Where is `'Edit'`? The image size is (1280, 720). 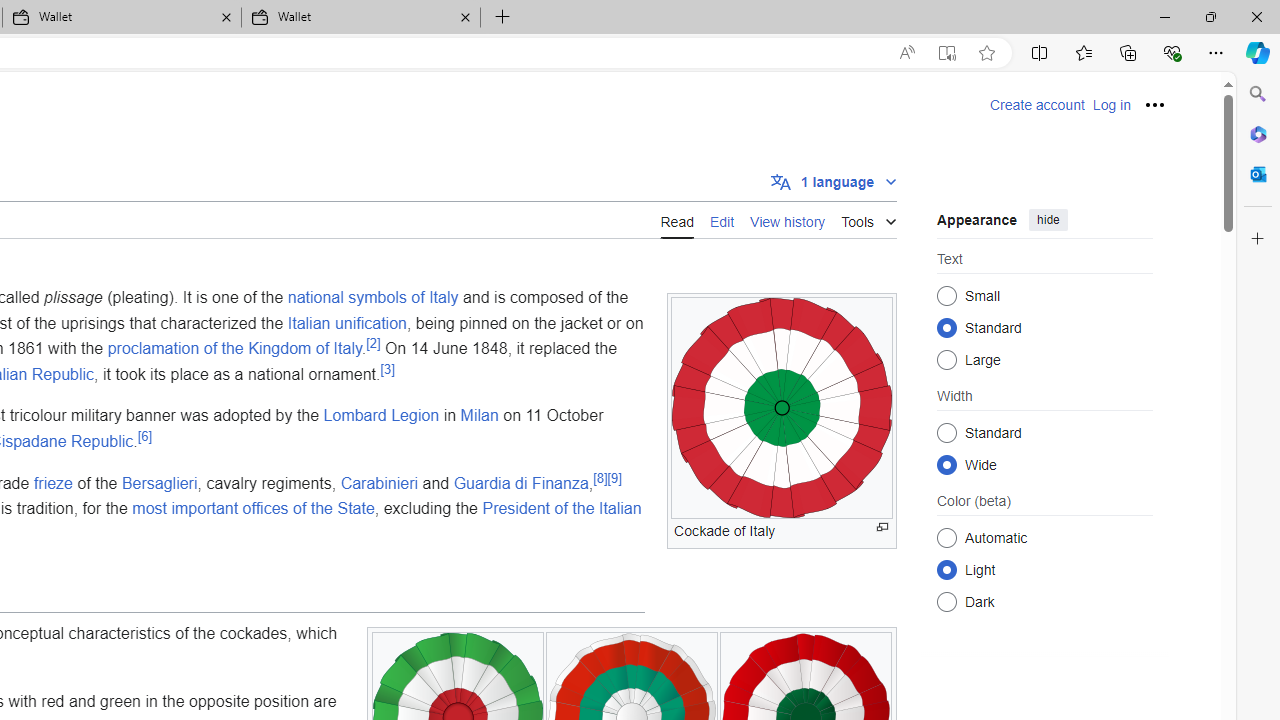
'Edit' is located at coordinates (720, 219).